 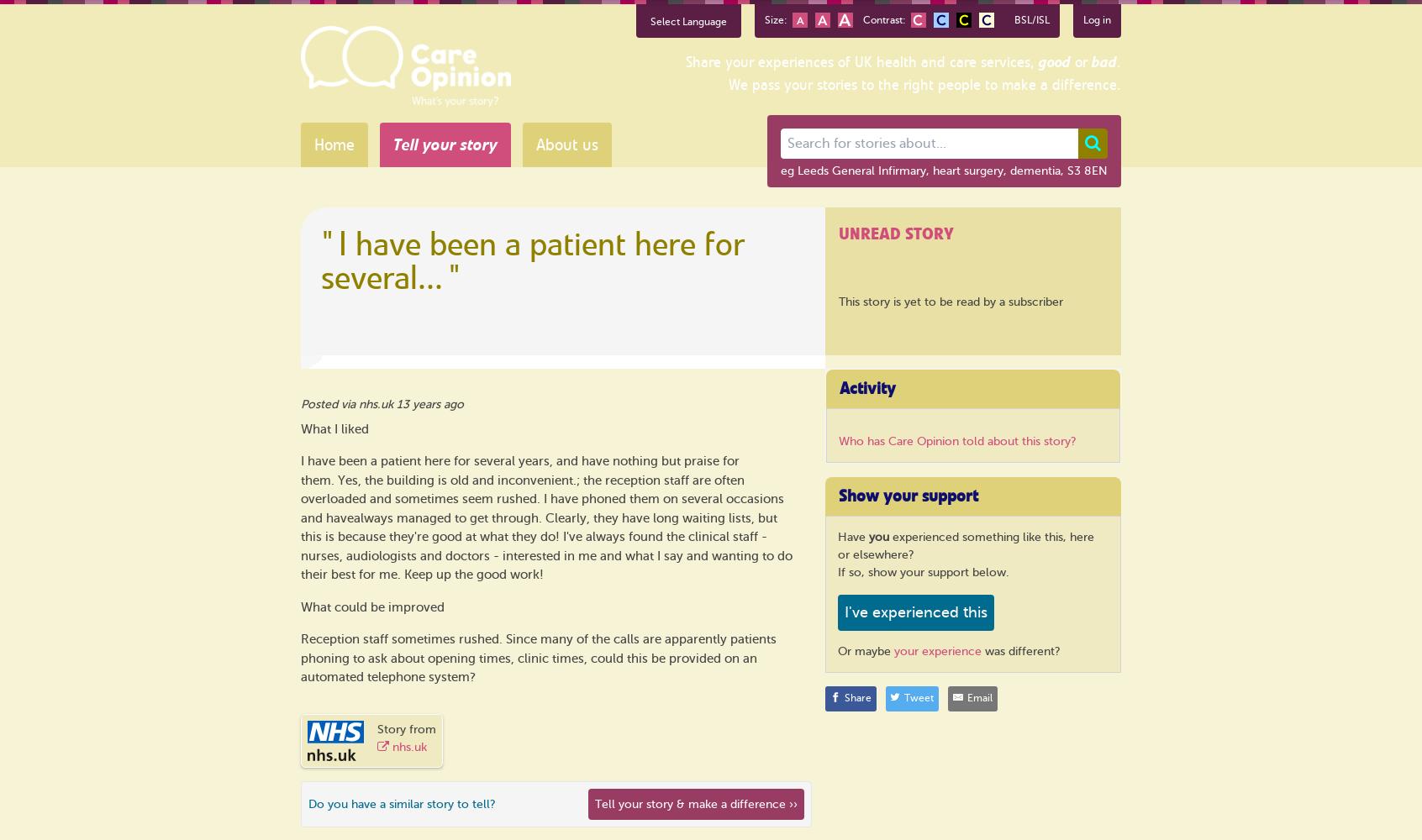 What do you see at coordinates (883, 20) in the screenshot?
I see `'Contrast:'` at bounding box center [883, 20].